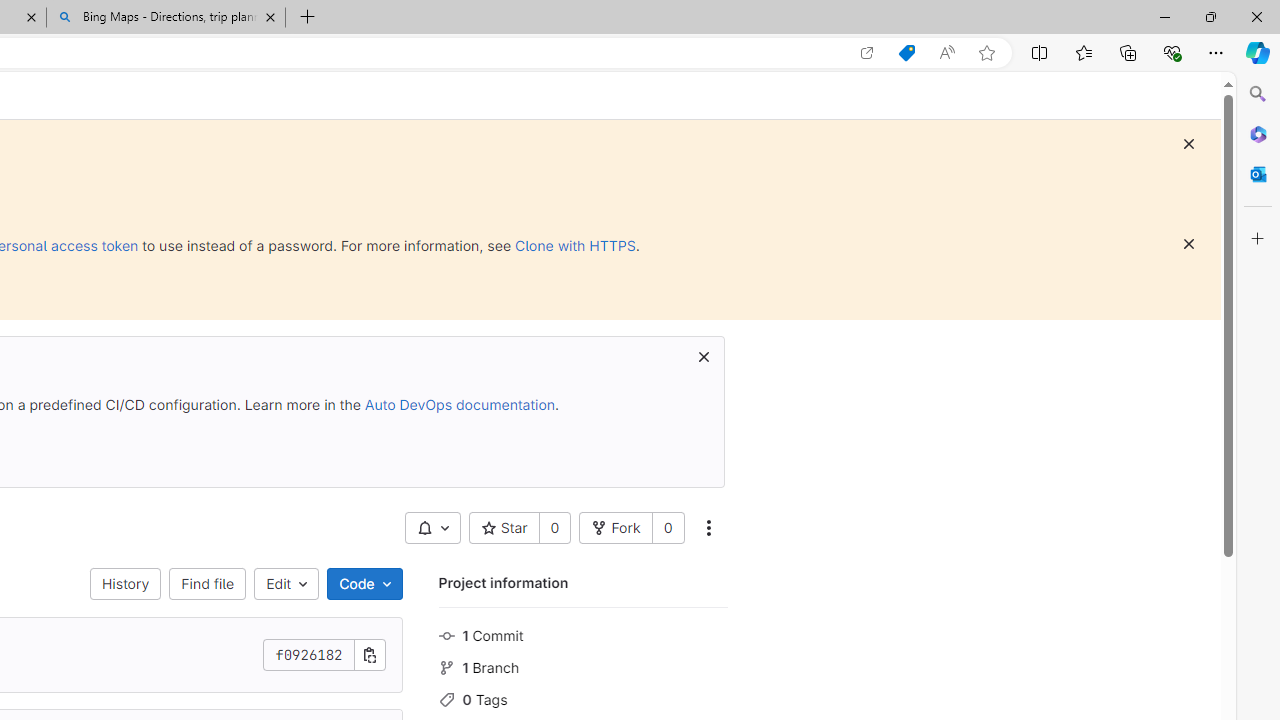 This screenshot has height=720, width=1280. I want to click on 'AutomationID: __BVID__514__BV_toggle_', so click(431, 527).